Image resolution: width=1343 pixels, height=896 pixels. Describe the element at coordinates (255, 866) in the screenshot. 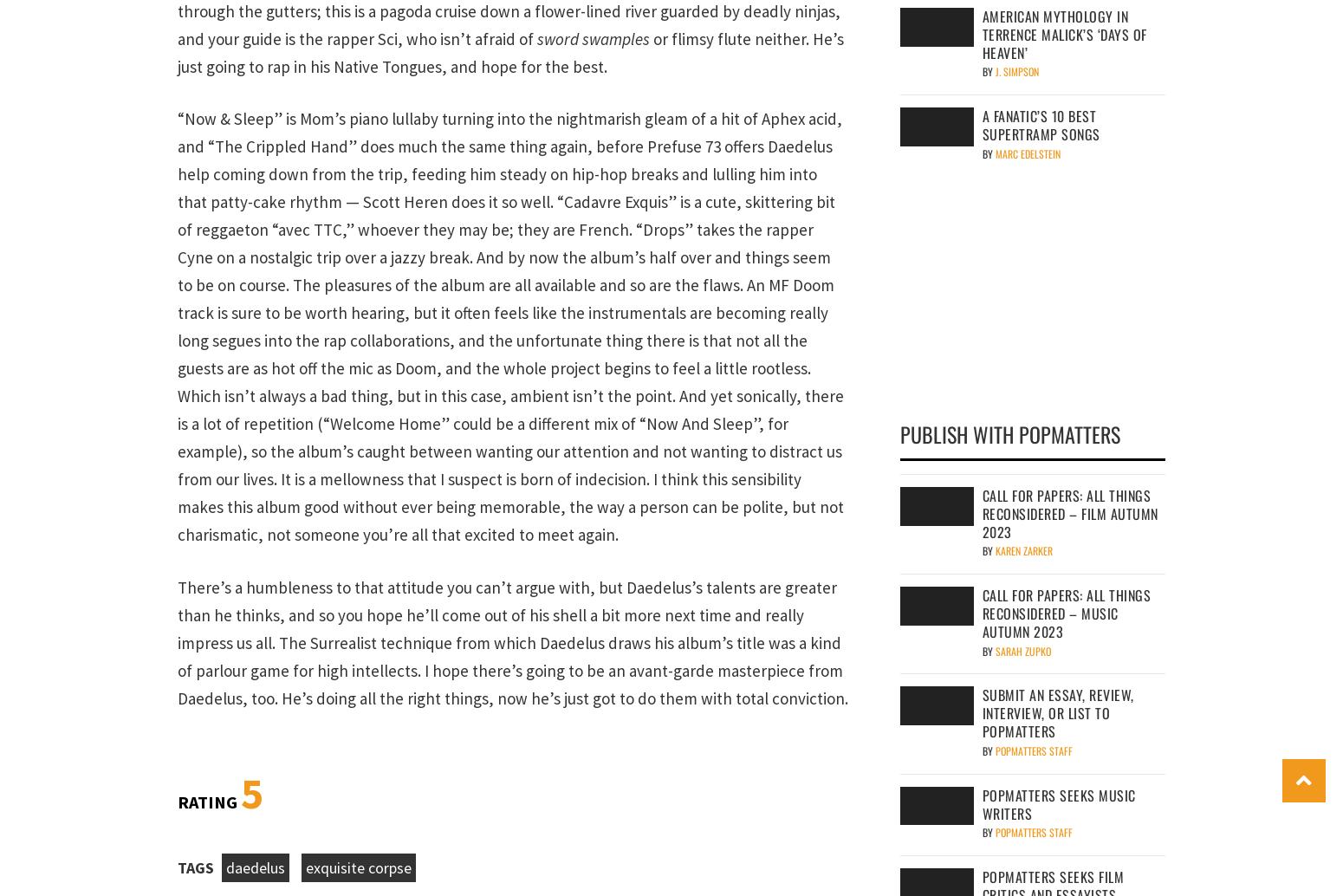

I see `'daedelus'` at that location.